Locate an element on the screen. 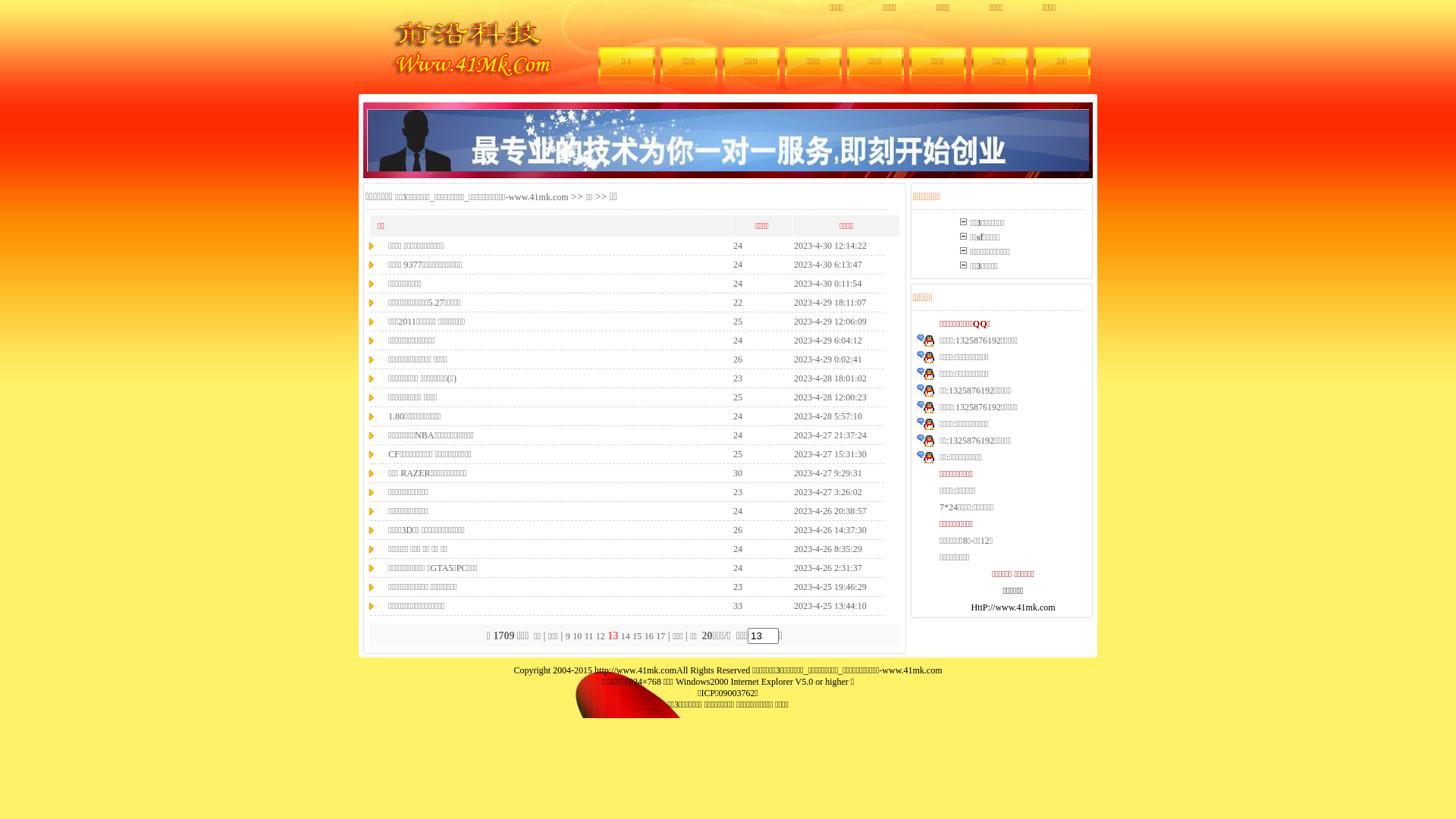 The image size is (1456, 819). '12' is located at coordinates (600, 636).